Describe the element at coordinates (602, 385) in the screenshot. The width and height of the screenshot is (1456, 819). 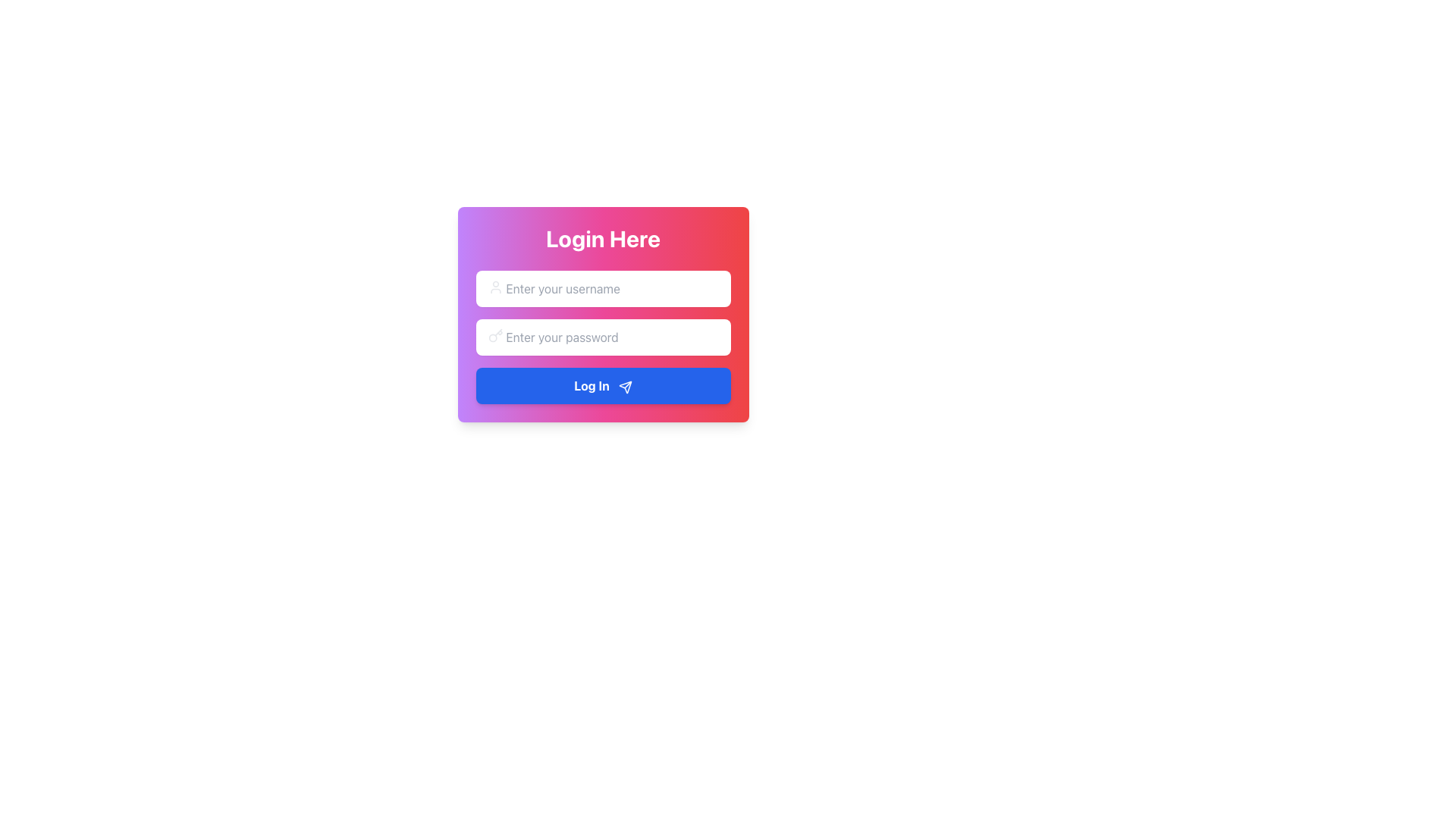
I see `the submit button located at the bottom of the login form` at that location.